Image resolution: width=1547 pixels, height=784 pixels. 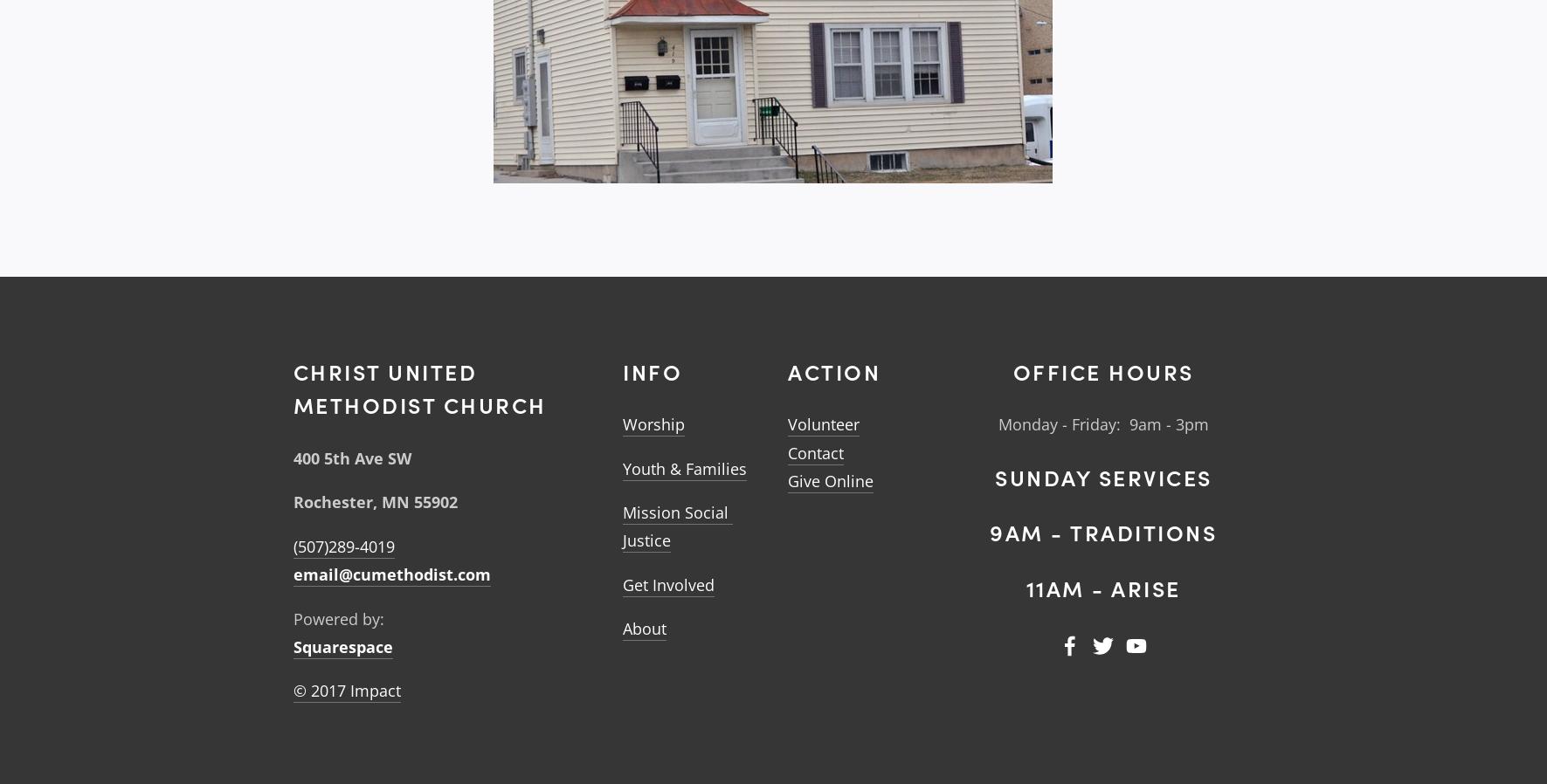 What do you see at coordinates (292, 617) in the screenshot?
I see `'Powered by:'` at bounding box center [292, 617].